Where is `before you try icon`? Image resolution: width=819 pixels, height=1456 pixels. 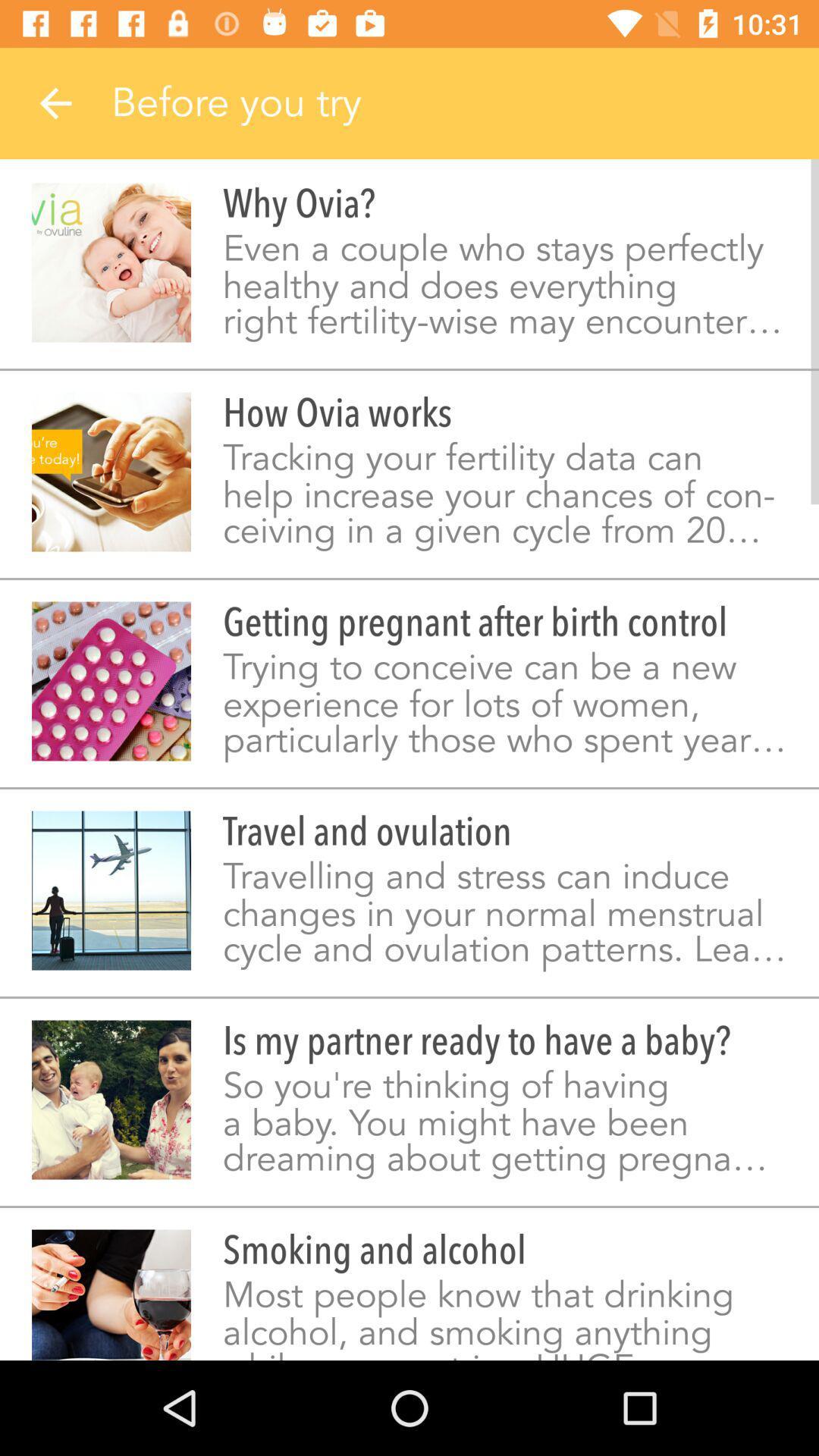 before you try icon is located at coordinates (464, 102).